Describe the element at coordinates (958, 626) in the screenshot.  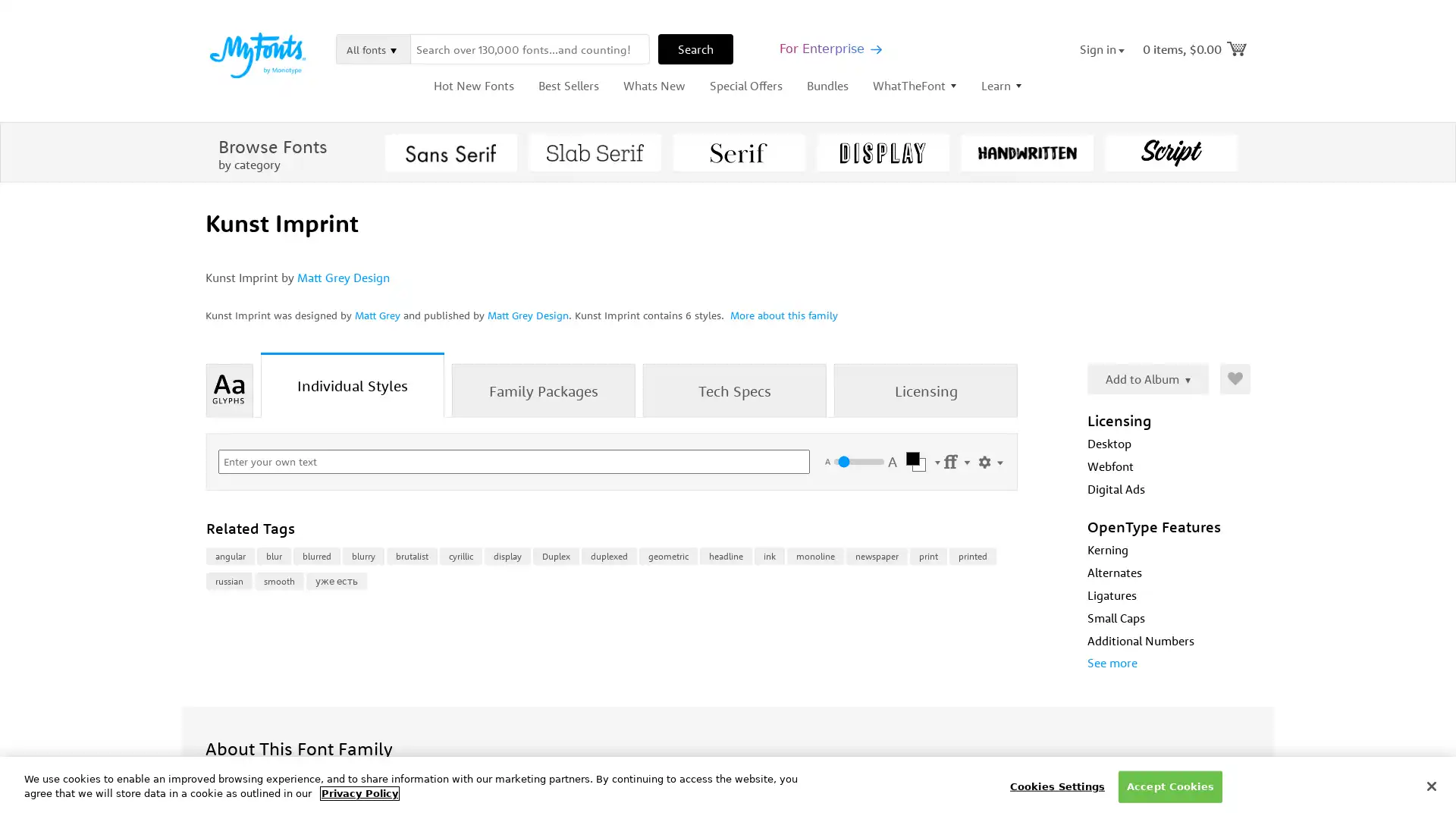
I see `Buying Choices` at that location.